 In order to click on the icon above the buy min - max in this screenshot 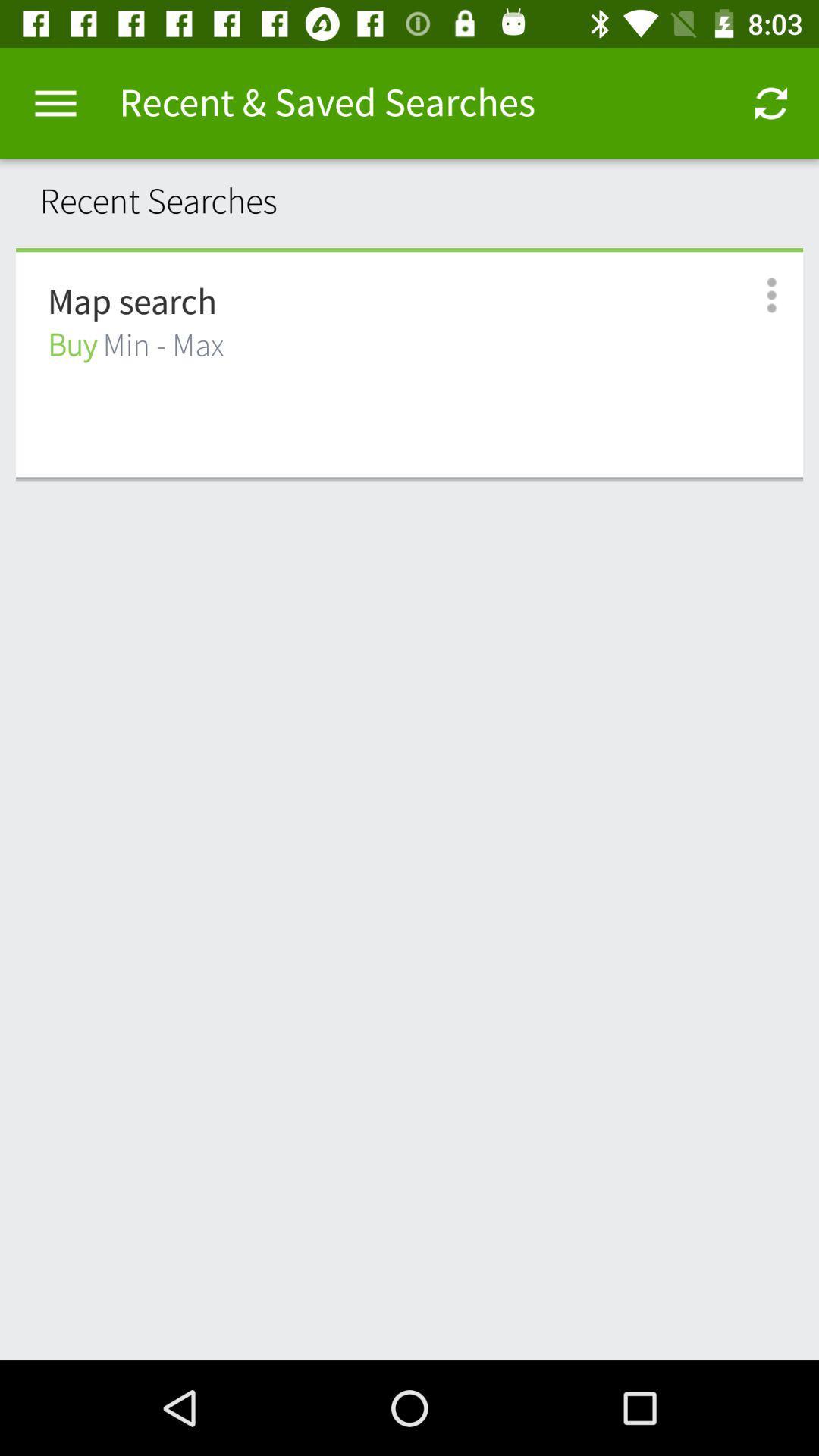, I will do `click(131, 303)`.